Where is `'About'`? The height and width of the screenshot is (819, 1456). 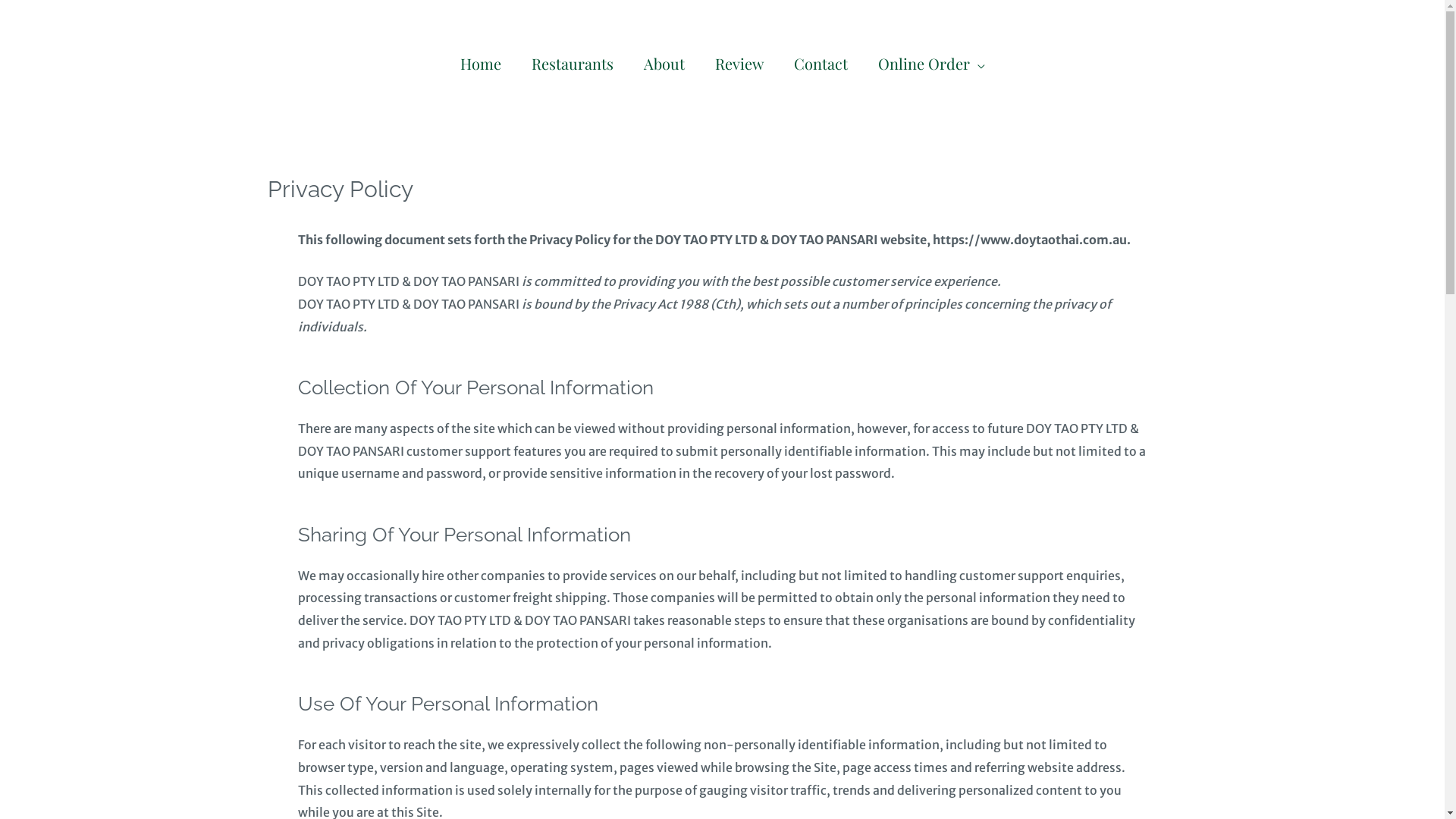 'About' is located at coordinates (628, 61).